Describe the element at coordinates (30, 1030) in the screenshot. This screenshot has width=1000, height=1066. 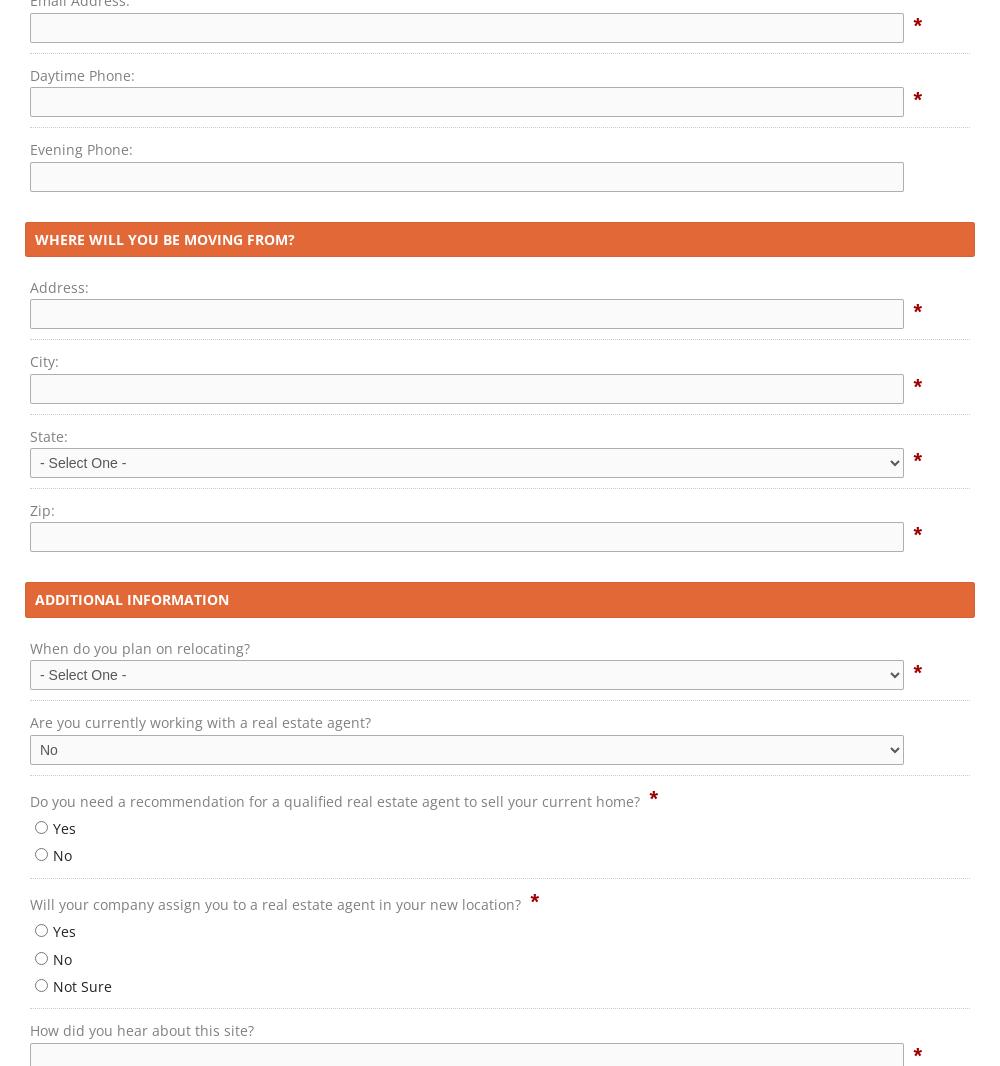
I see `'How did you hear about this site?'` at that location.